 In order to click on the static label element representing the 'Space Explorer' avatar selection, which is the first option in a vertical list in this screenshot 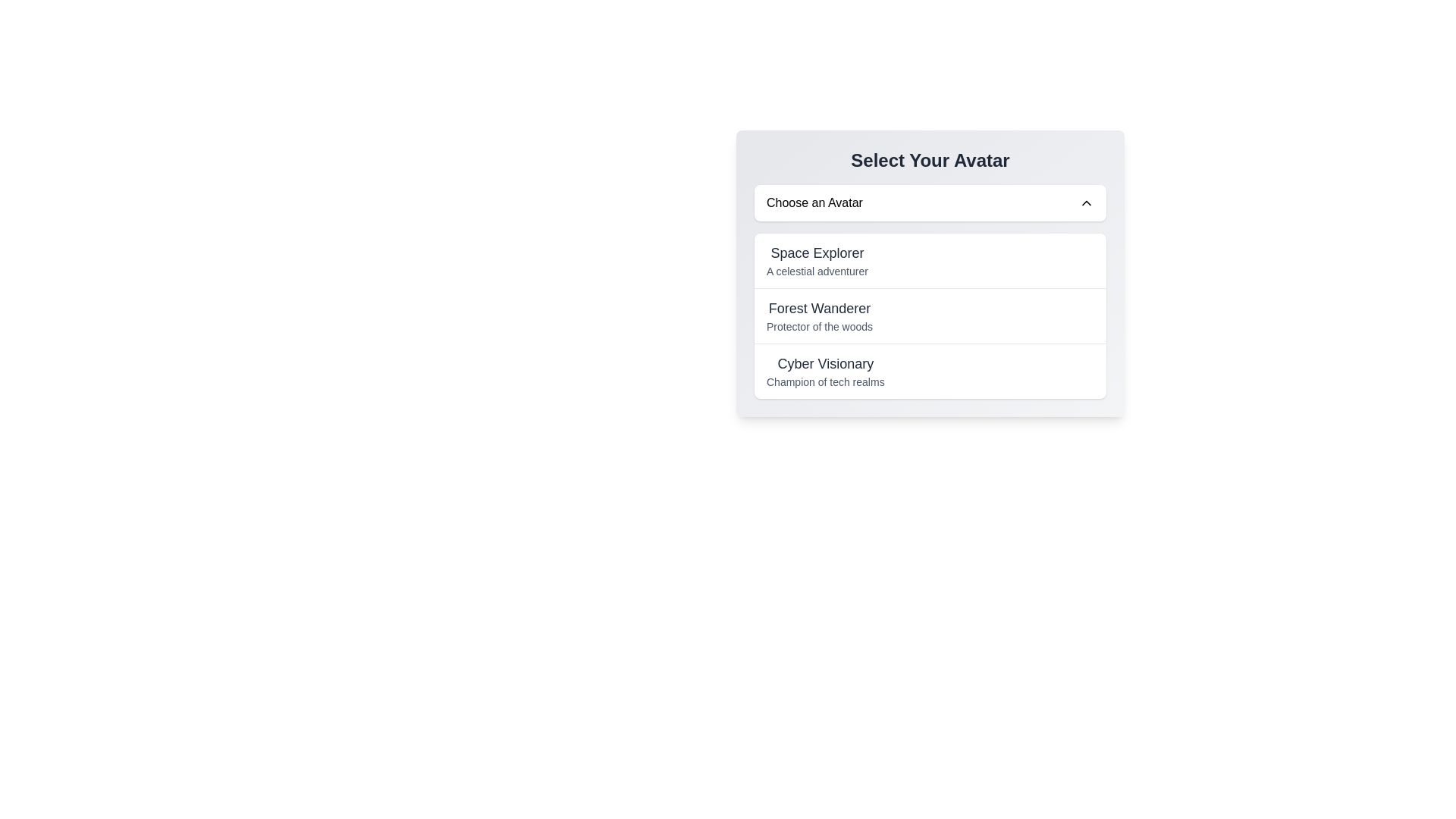, I will do `click(816, 253)`.